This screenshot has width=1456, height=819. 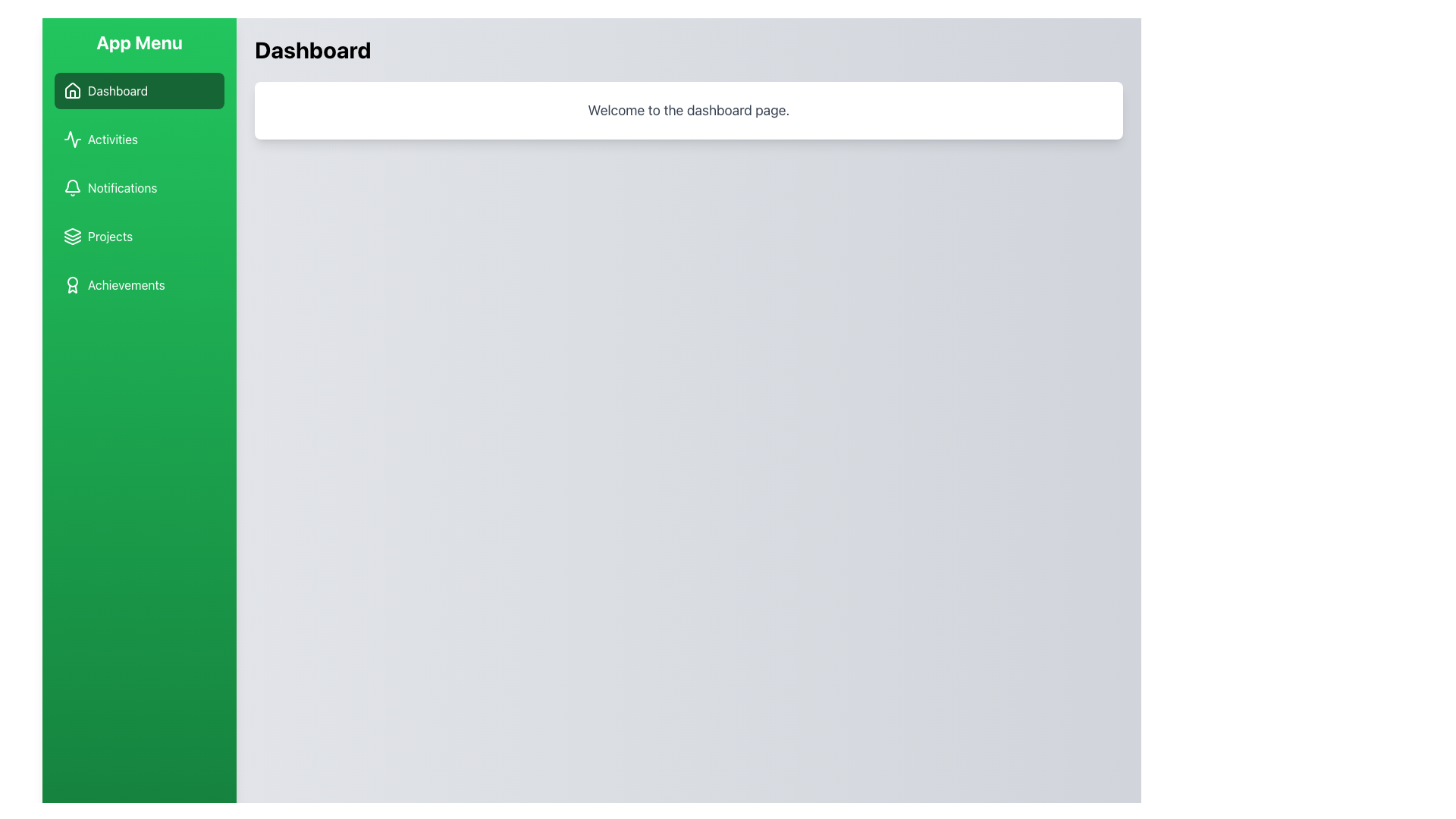 I want to click on the 'Activities' text label located in the sidebar menu under the 'Dashboard' option for tooltip or emphasis, so click(x=111, y=140).